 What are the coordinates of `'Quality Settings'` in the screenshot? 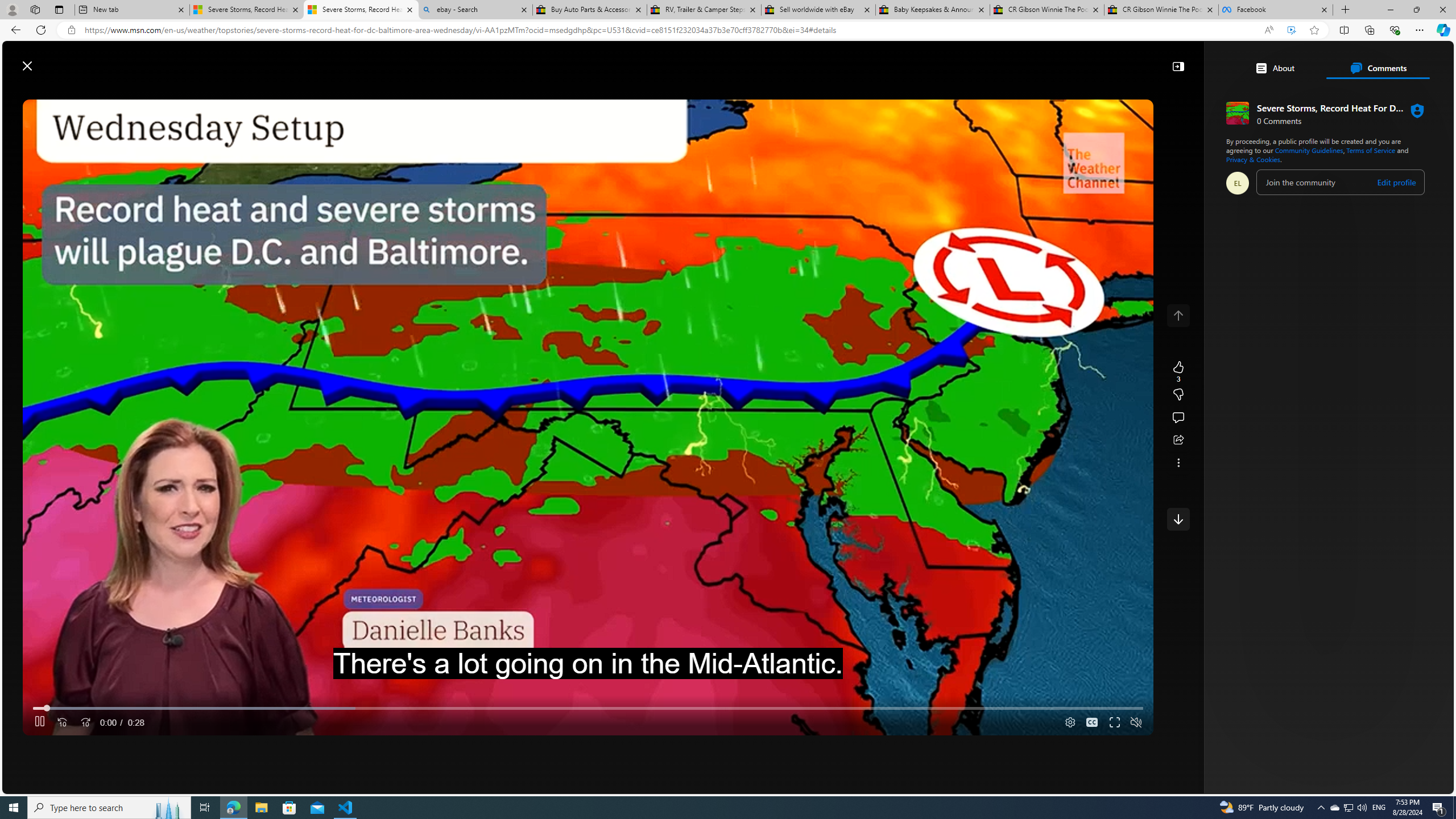 It's located at (1069, 723).